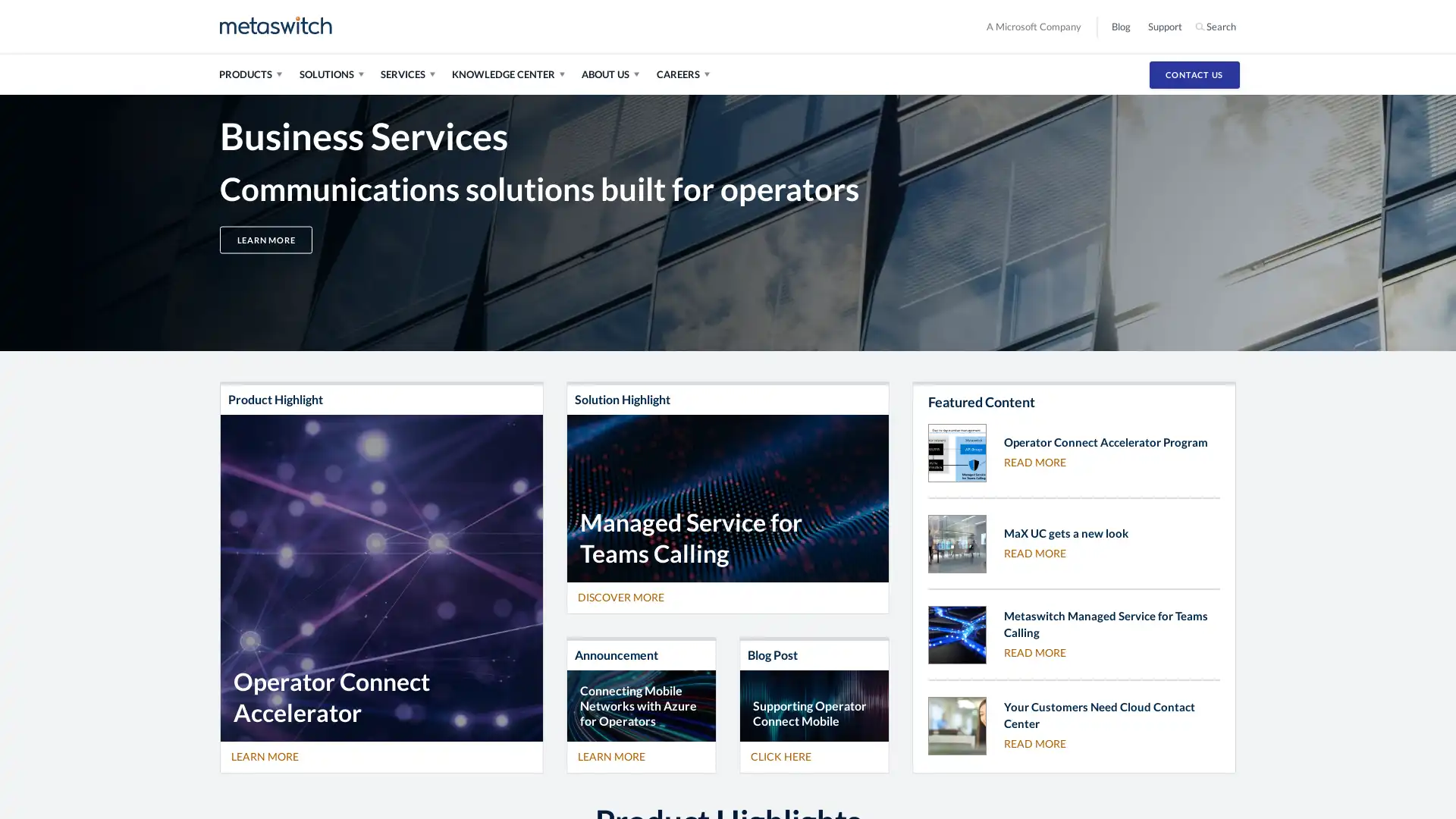 The image size is (1456, 819). I want to click on Submit Search, so click(1247, 26).